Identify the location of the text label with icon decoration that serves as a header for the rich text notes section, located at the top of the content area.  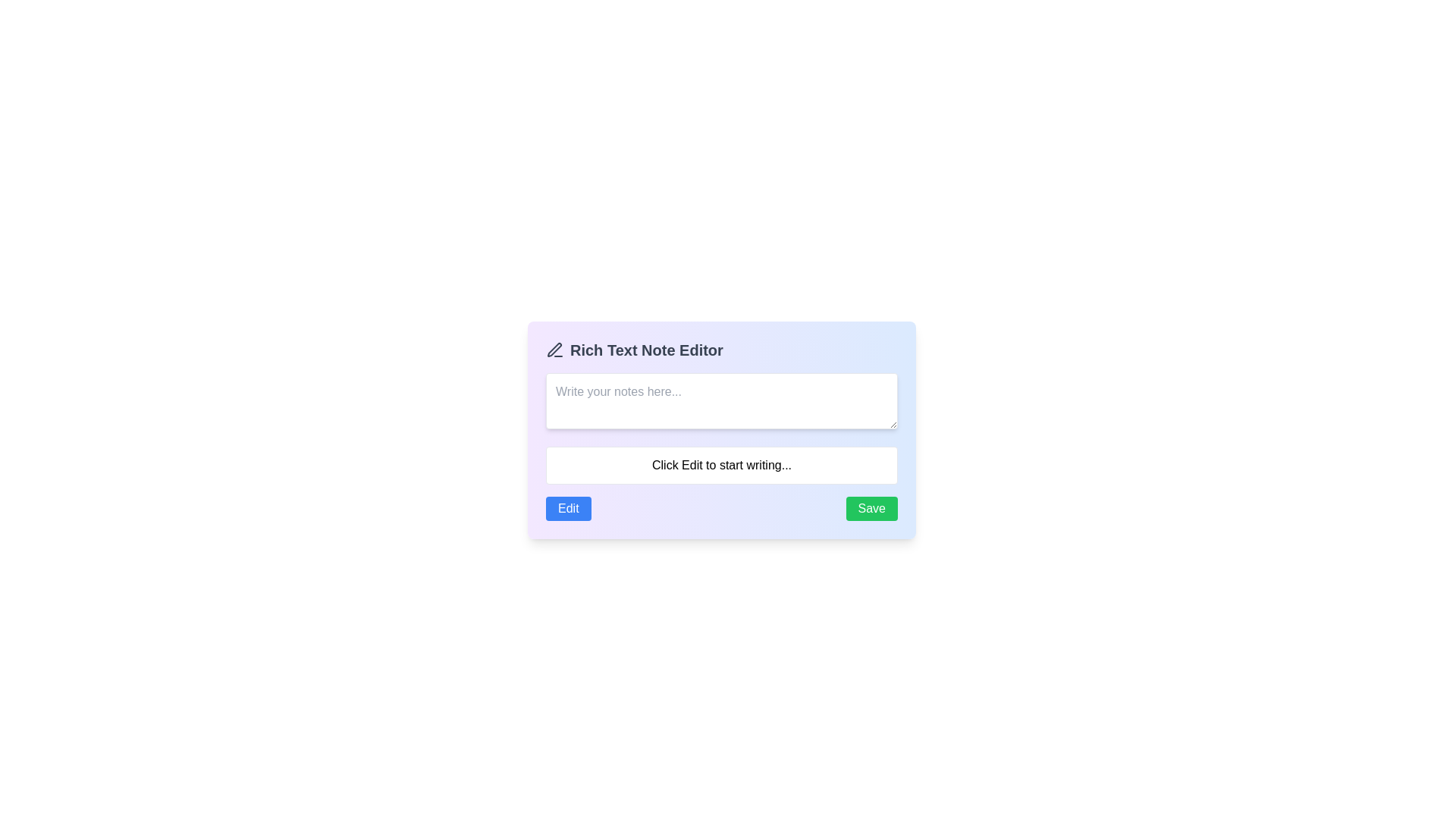
(720, 350).